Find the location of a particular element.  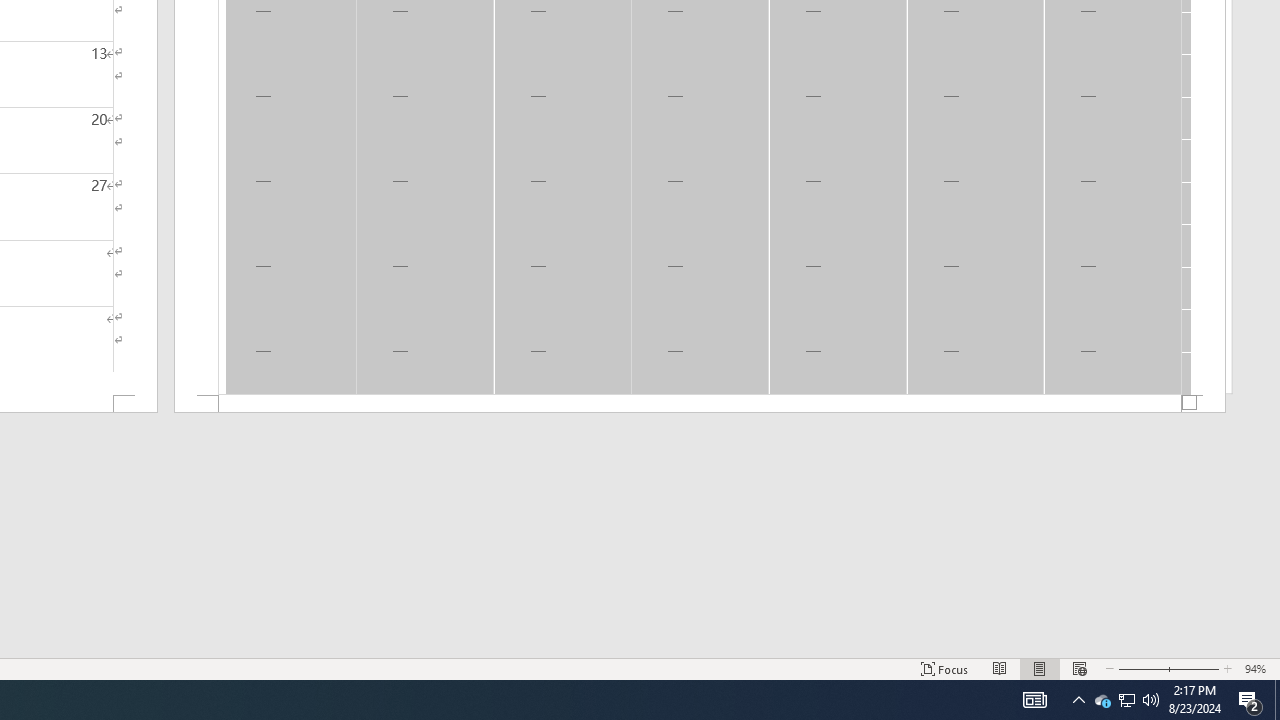

'Focus ' is located at coordinates (943, 669).